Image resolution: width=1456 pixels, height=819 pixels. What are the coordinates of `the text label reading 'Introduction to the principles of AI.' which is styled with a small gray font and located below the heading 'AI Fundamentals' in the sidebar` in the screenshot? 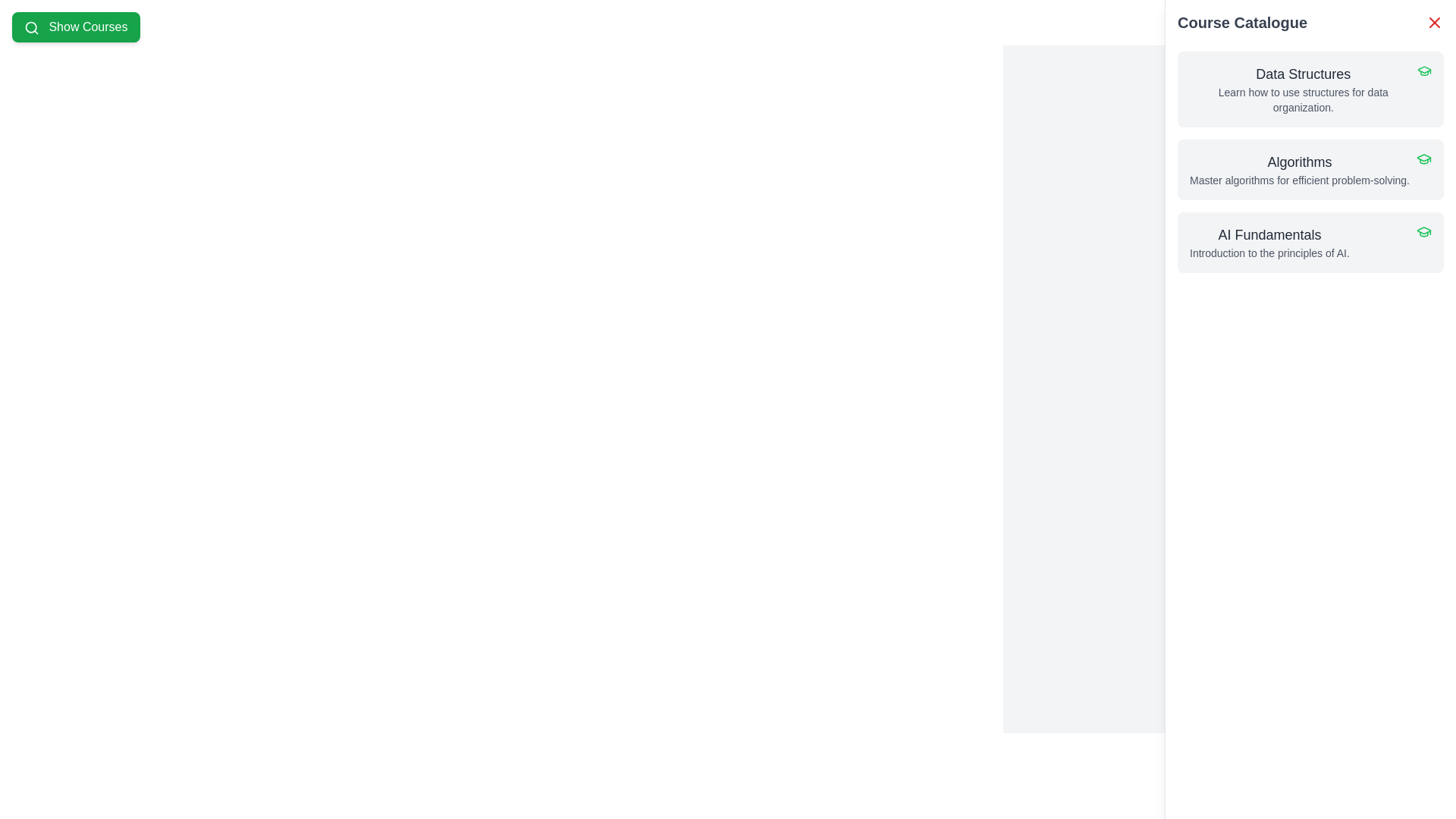 It's located at (1269, 253).